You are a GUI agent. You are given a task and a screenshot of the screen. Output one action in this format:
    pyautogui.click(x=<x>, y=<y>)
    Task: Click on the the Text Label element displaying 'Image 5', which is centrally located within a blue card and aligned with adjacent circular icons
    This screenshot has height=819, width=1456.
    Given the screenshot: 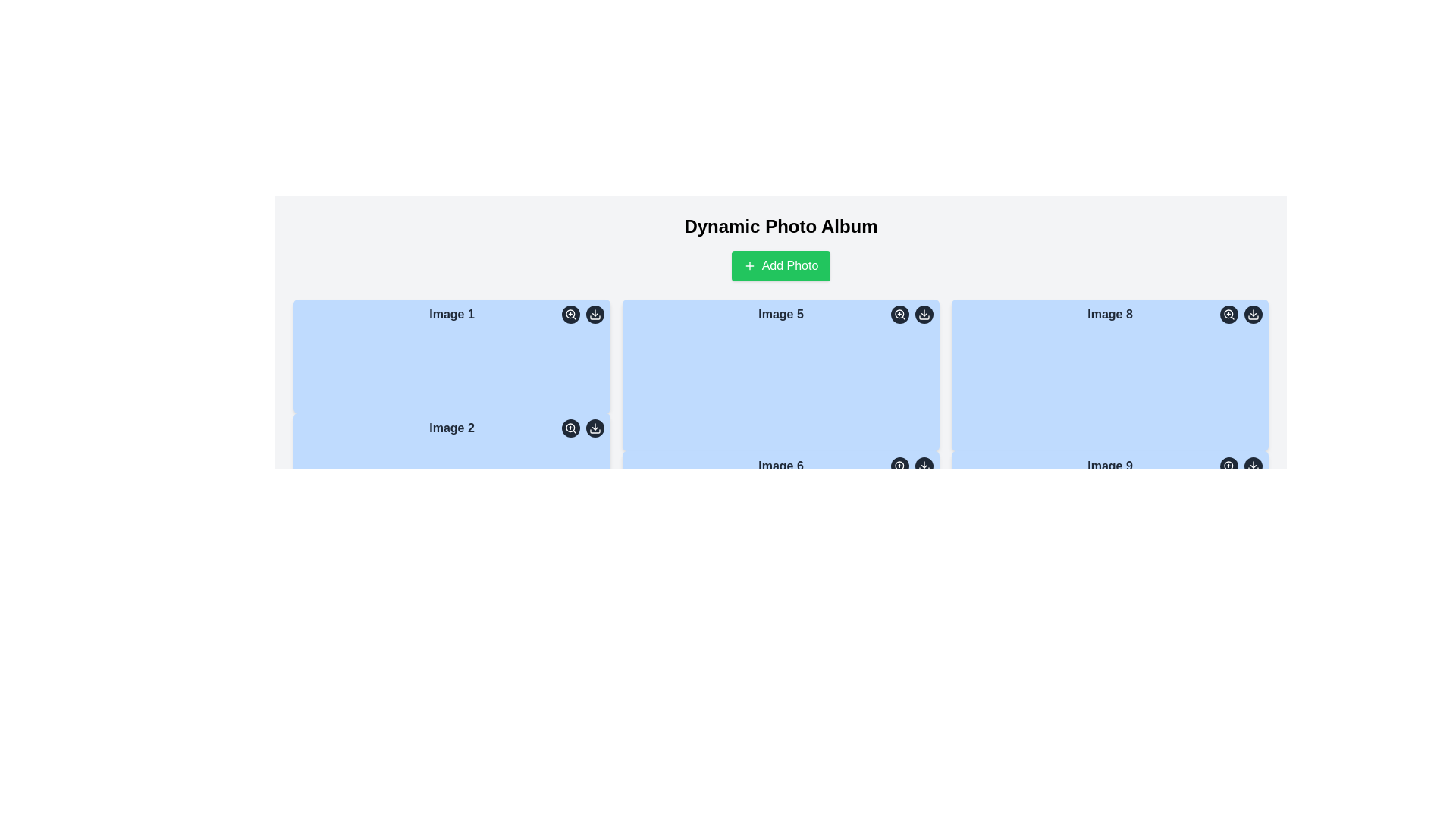 What is the action you would take?
    pyautogui.click(x=781, y=314)
    